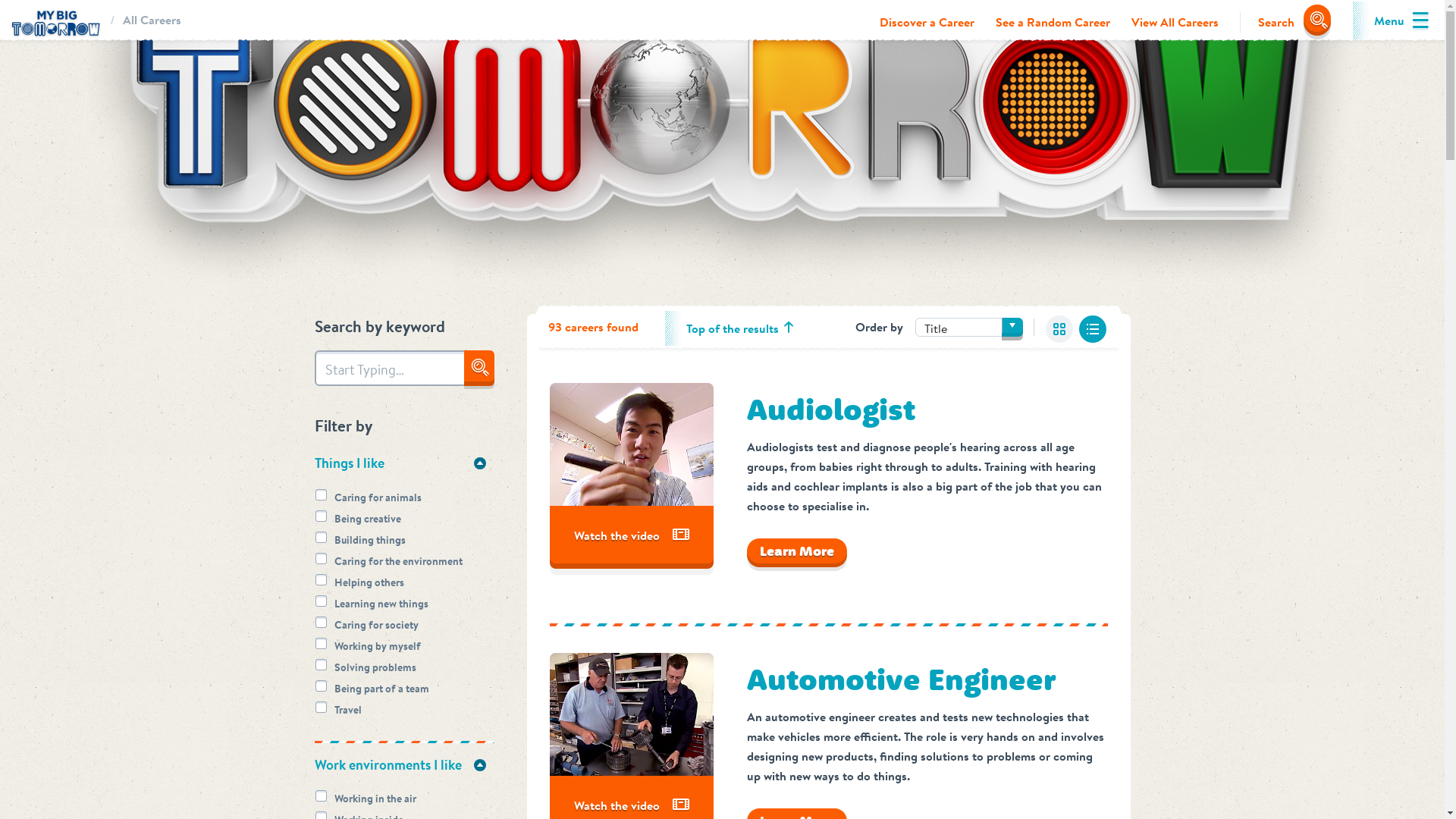  I want to click on 'See a Random Career', so click(1052, 22).